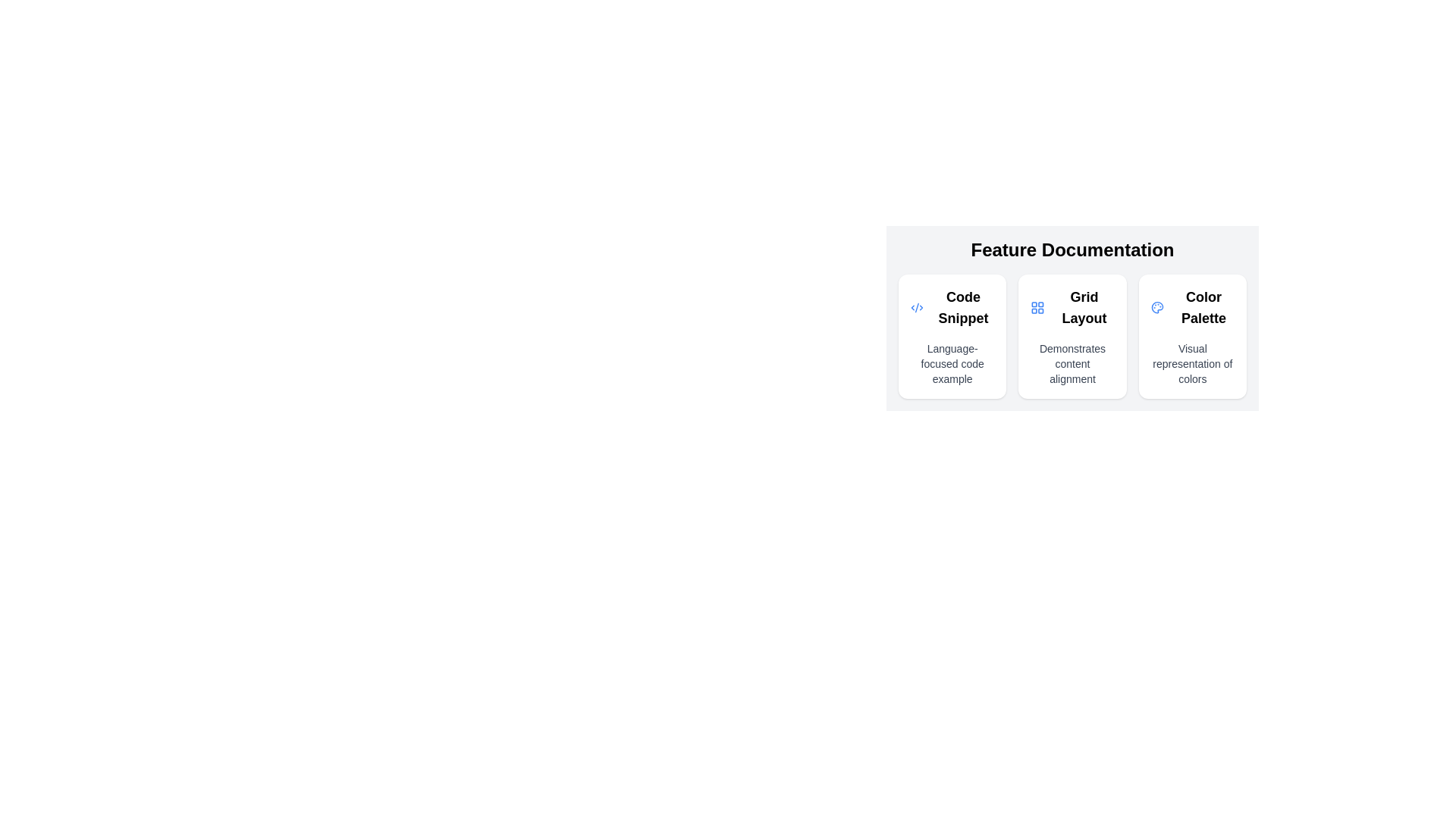 This screenshot has height=819, width=1456. I want to click on the 'Color Palette' label with a blue palette icon, so click(1191, 307).